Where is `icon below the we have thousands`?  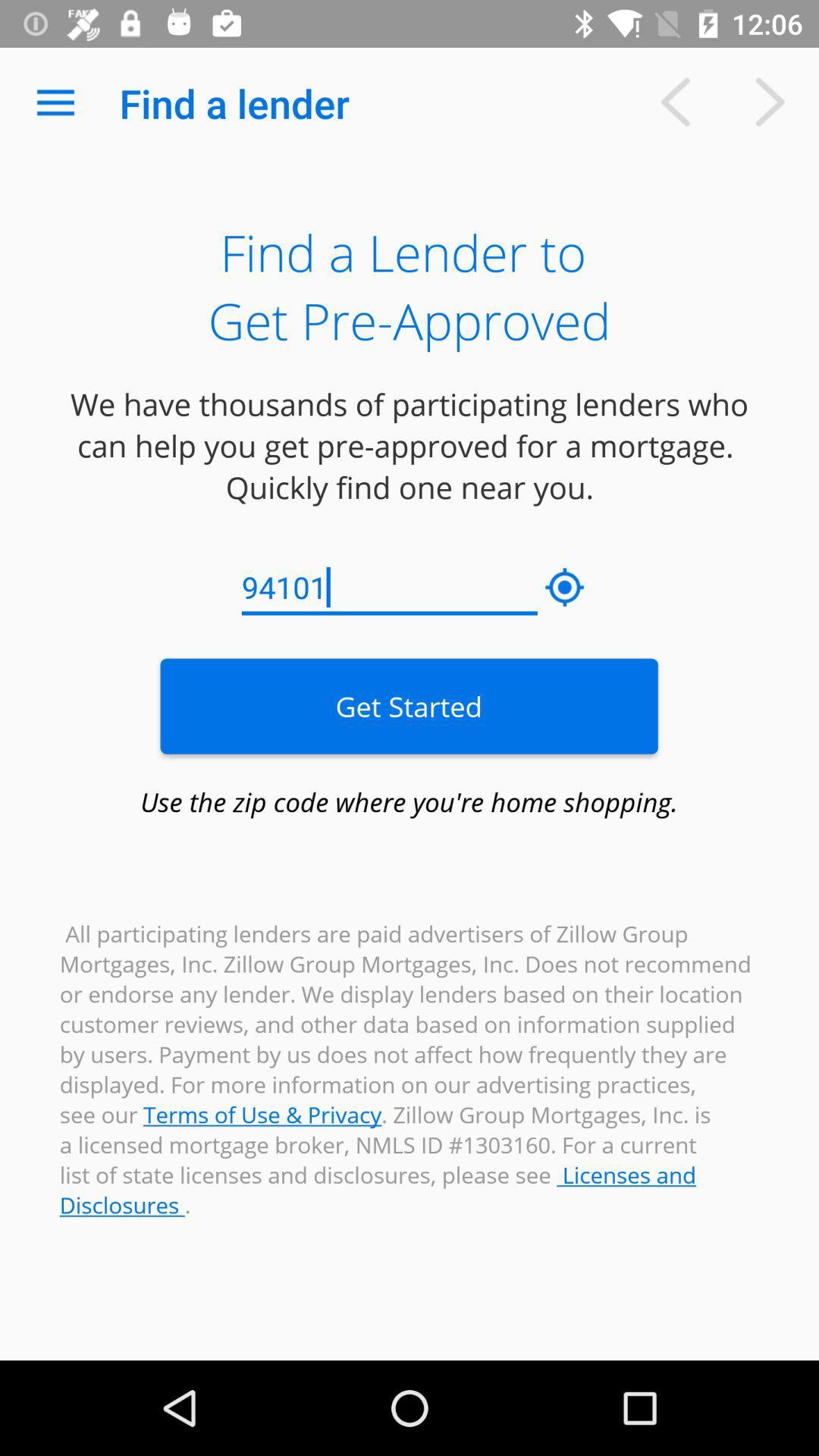 icon below the we have thousands is located at coordinates (565, 587).